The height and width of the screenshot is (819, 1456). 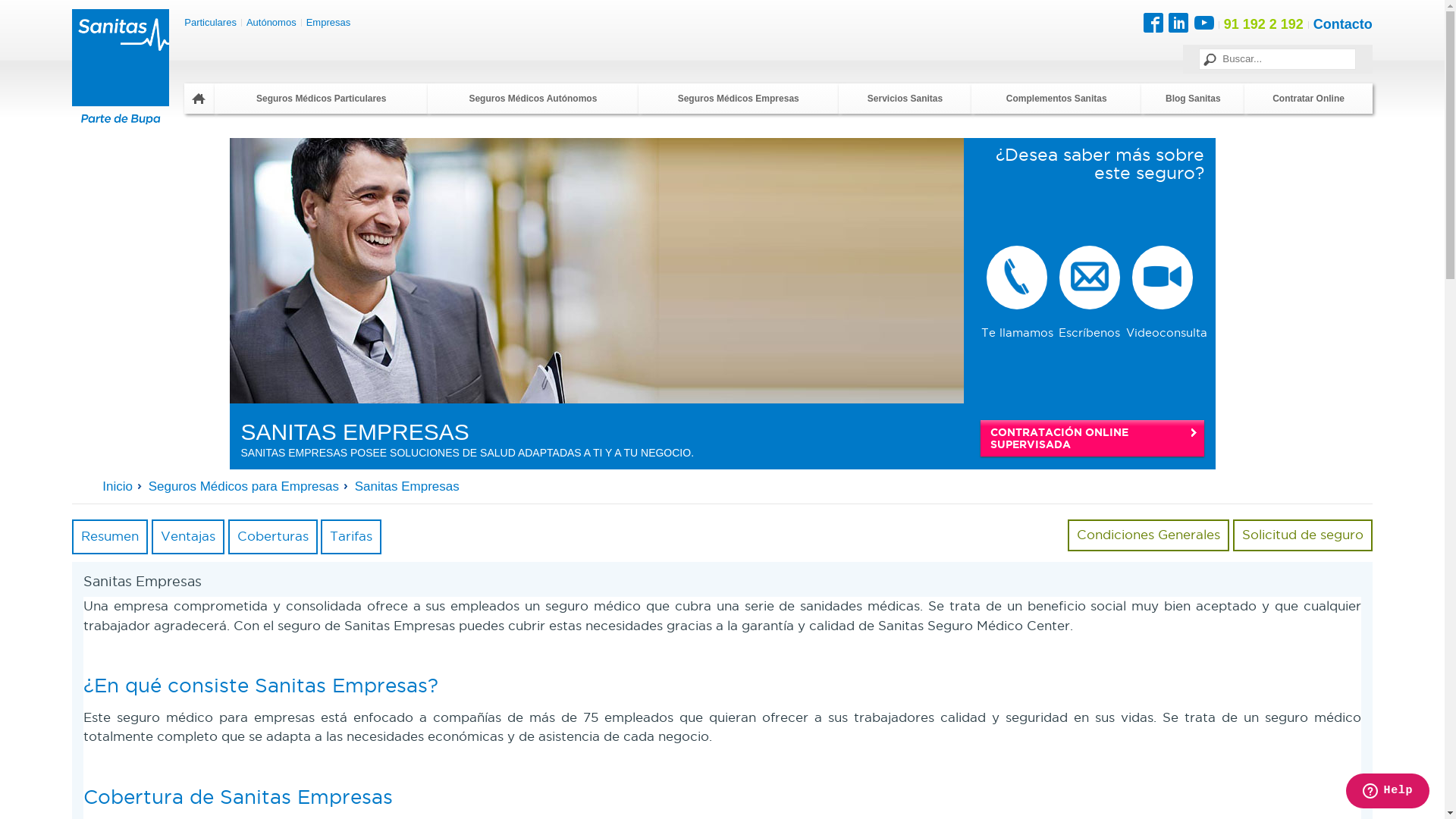 I want to click on '91 192 2 192', so click(x=1263, y=24).